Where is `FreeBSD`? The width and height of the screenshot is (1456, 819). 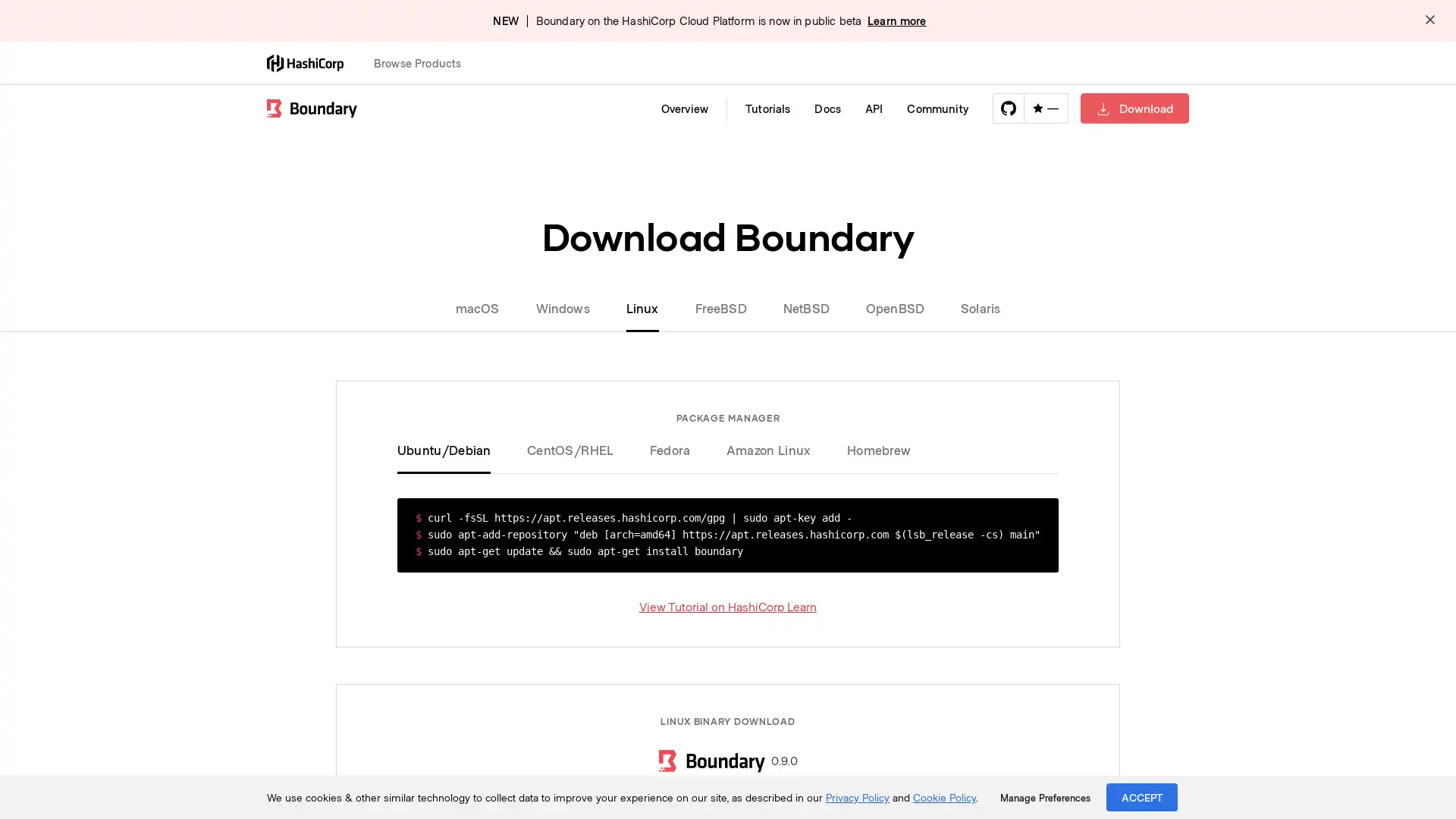
FreeBSD is located at coordinates (720, 307).